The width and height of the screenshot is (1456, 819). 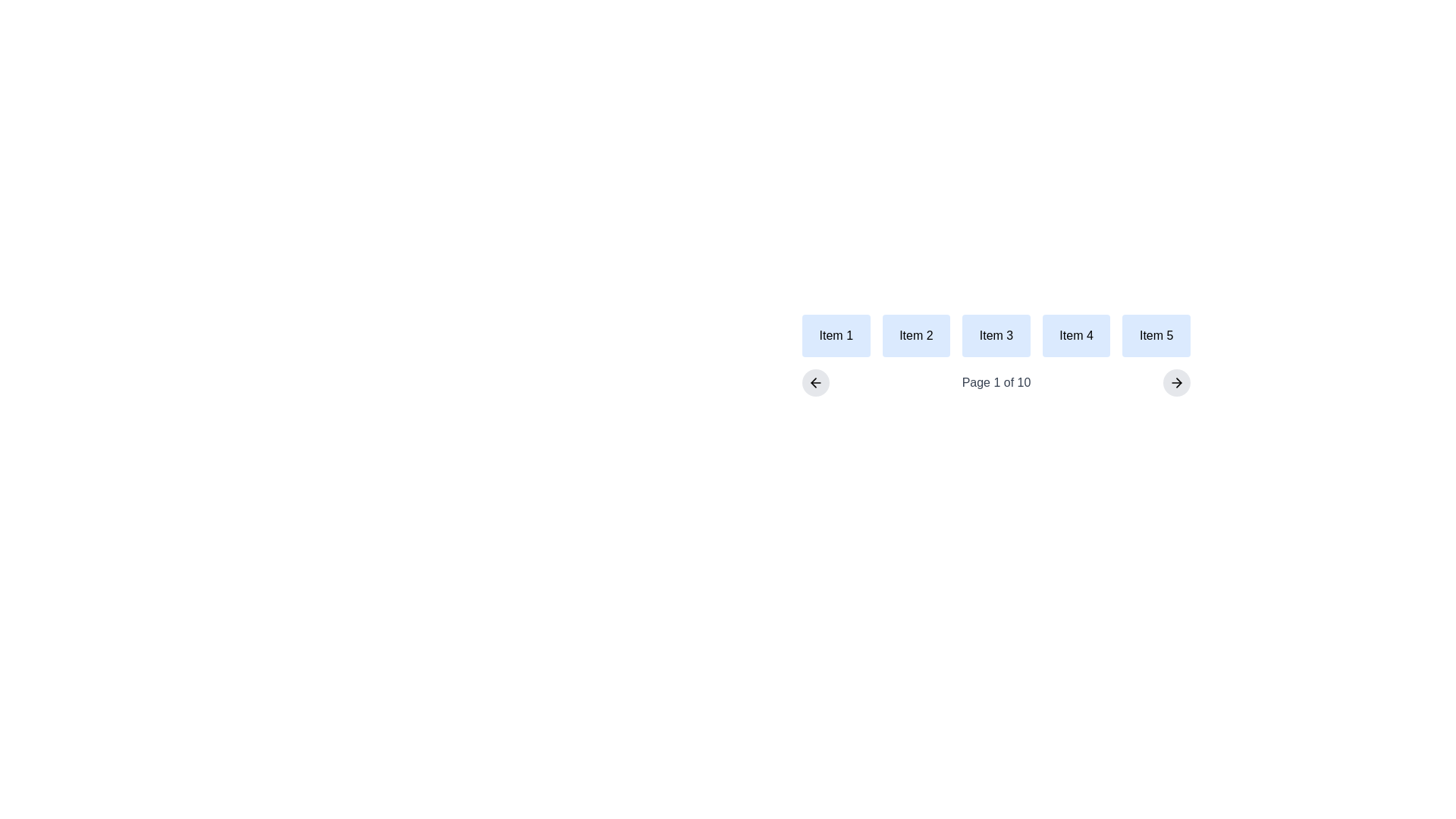 What do you see at coordinates (915, 335) in the screenshot?
I see `the button labeled 'Item 2', which is the second button in a row of five buttons, positioned between 'Item 1' and 'Item 3'` at bounding box center [915, 335].